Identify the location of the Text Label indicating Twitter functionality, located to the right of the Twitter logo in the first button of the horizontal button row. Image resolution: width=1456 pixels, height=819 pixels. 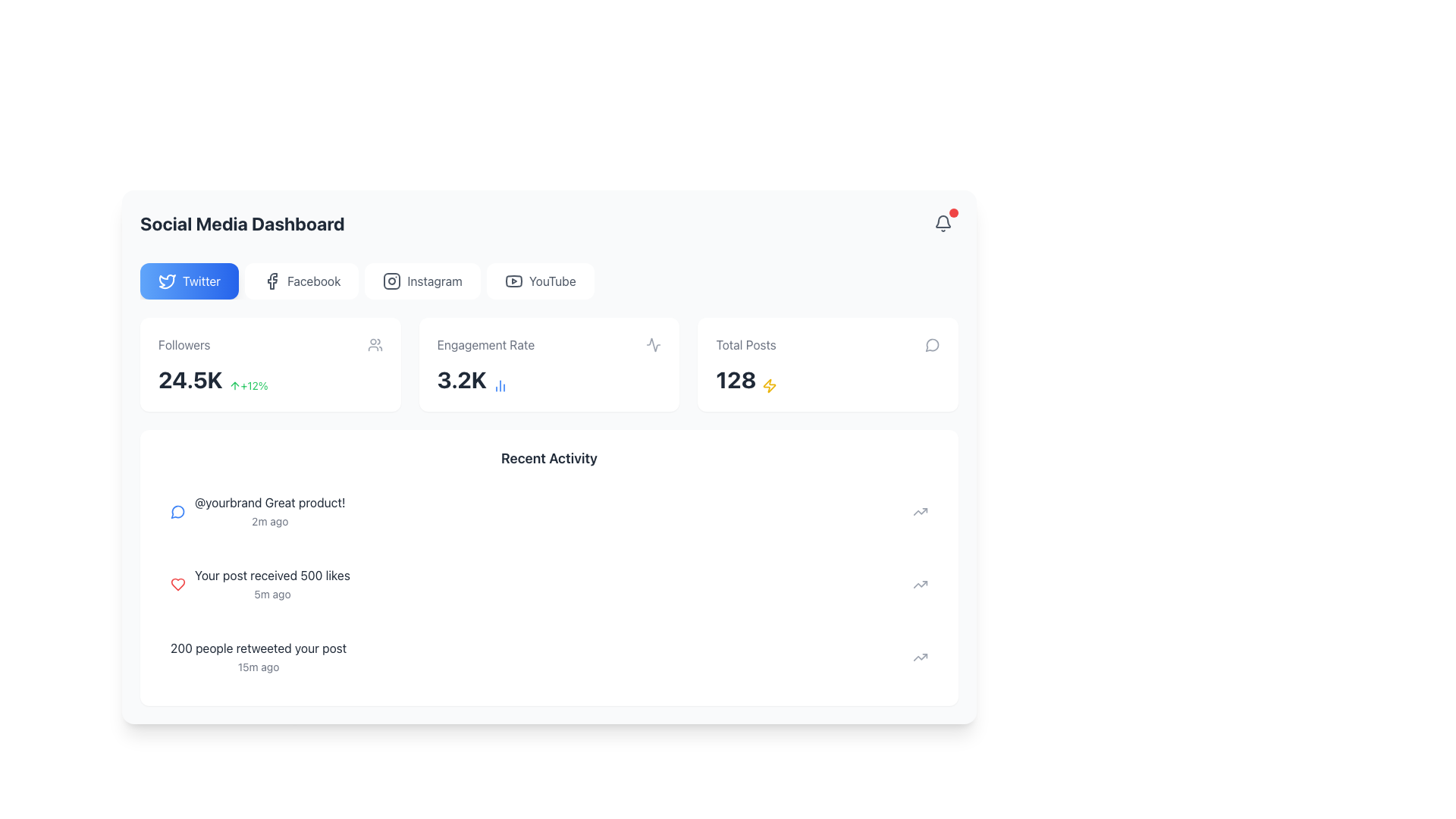
(201, 281).